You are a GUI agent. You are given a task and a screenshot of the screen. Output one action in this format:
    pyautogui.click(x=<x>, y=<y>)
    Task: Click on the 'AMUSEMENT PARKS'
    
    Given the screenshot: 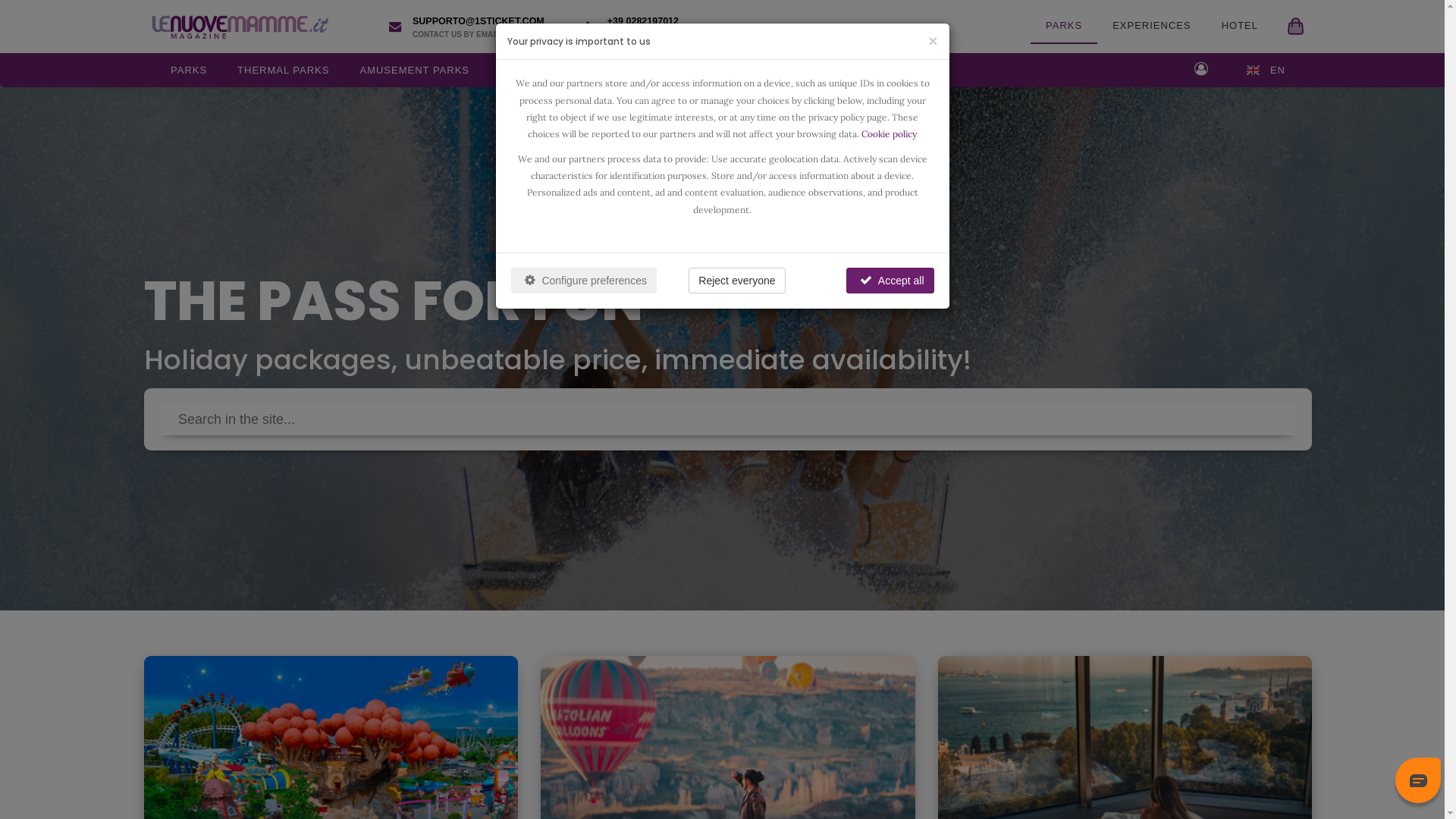 What is the action you would take?
    pyautogui.click(x=414, y=70)
    